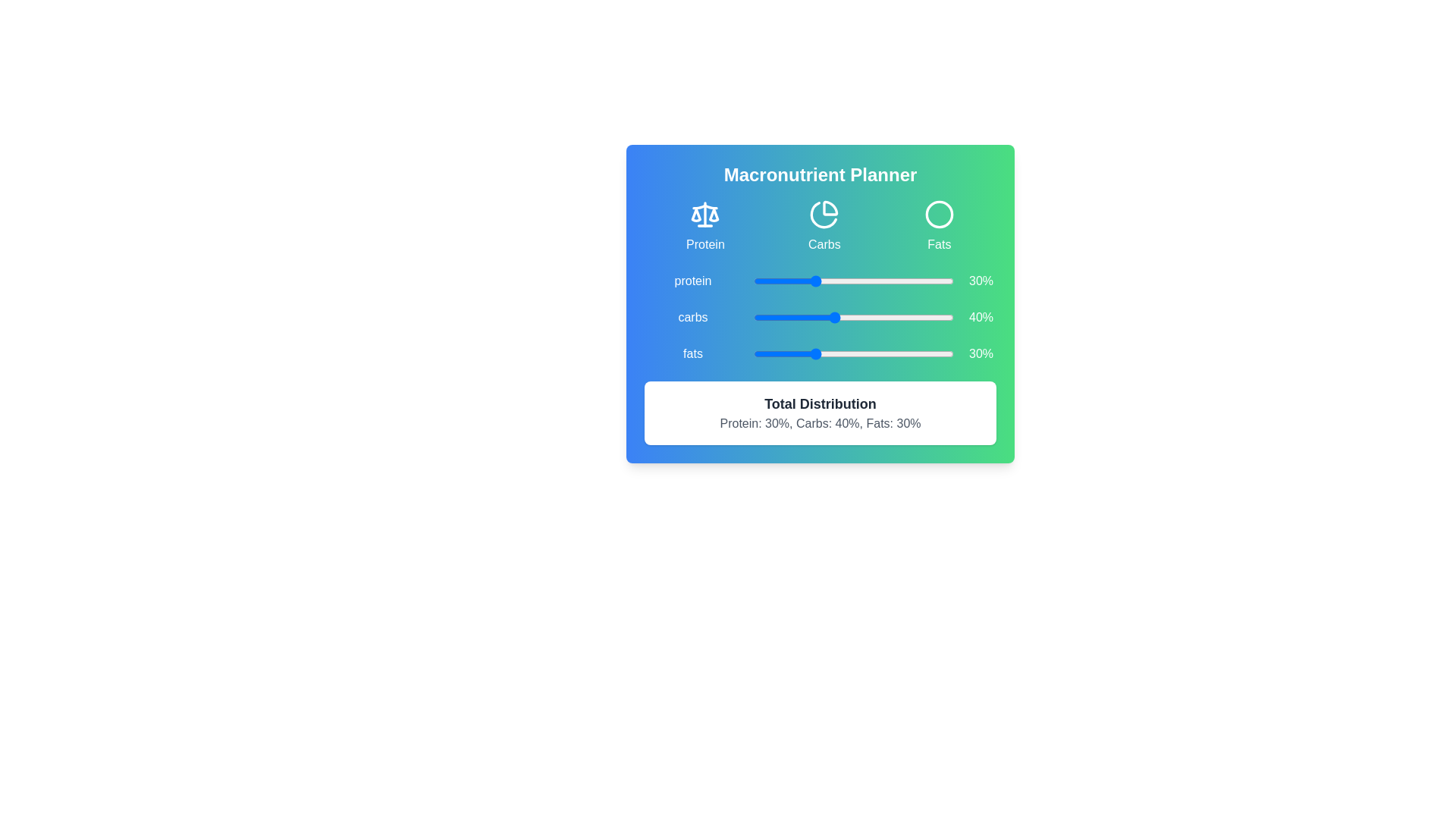 The width and height of the screenshot is (1456, 819). I want to click on the carbs percentage, so click(887, 317).